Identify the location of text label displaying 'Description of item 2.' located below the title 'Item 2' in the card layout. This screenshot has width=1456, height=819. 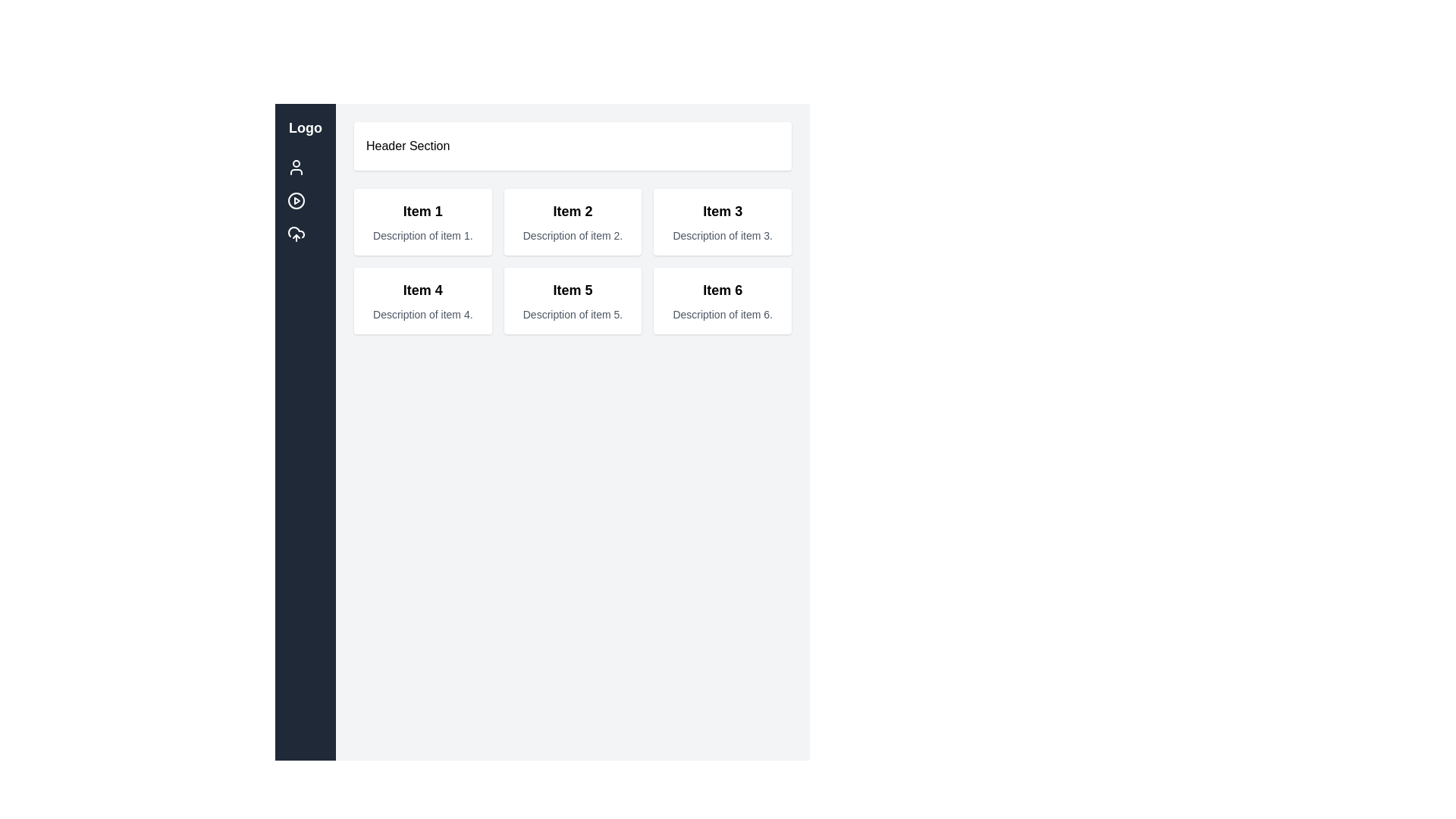
(572, 236).